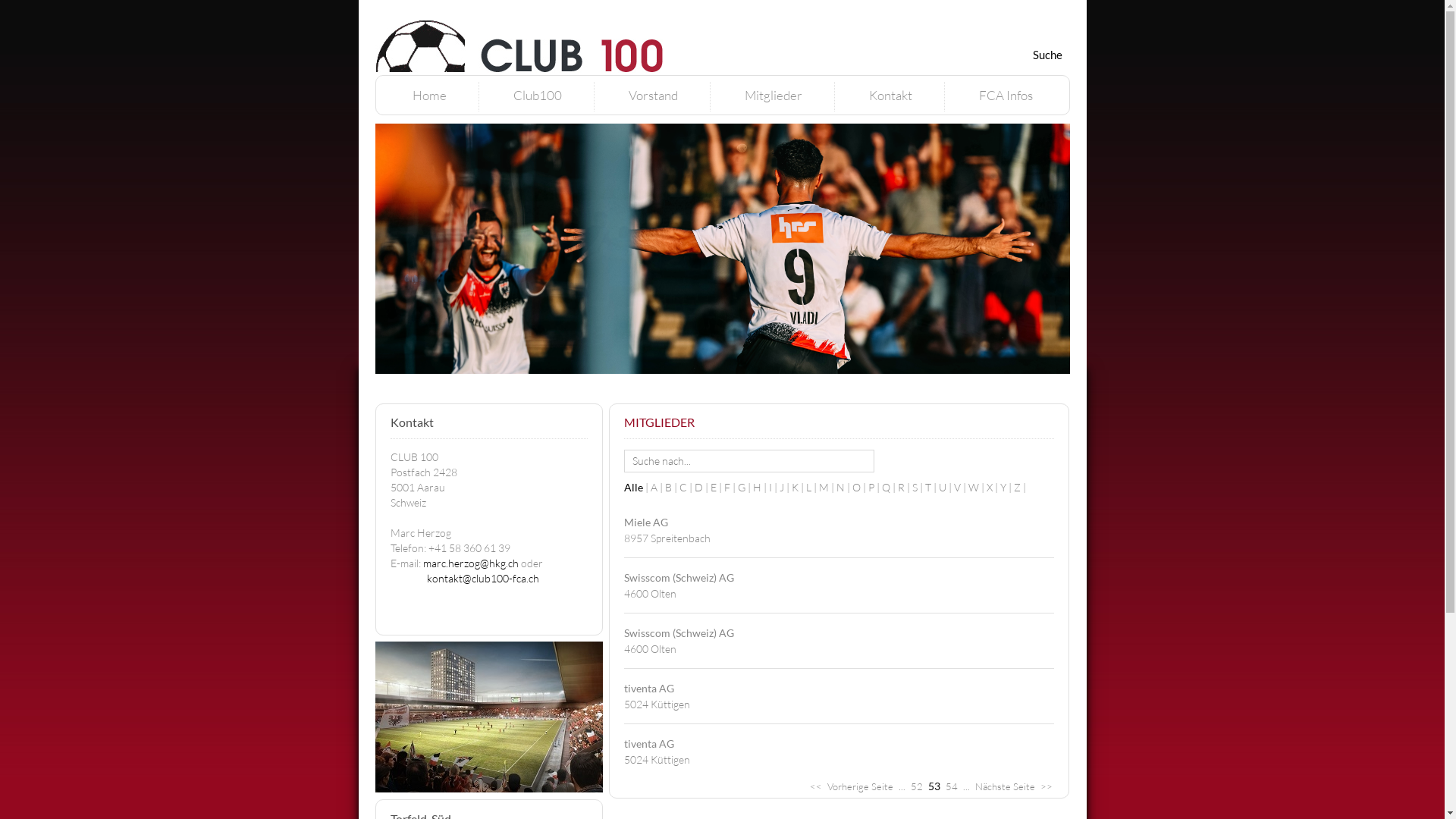 Image resolution: width=1456 pixels, height=819 pixels. Describe the element at coordinates (686, 487) in the screenshot. I see `'C'` at that location.